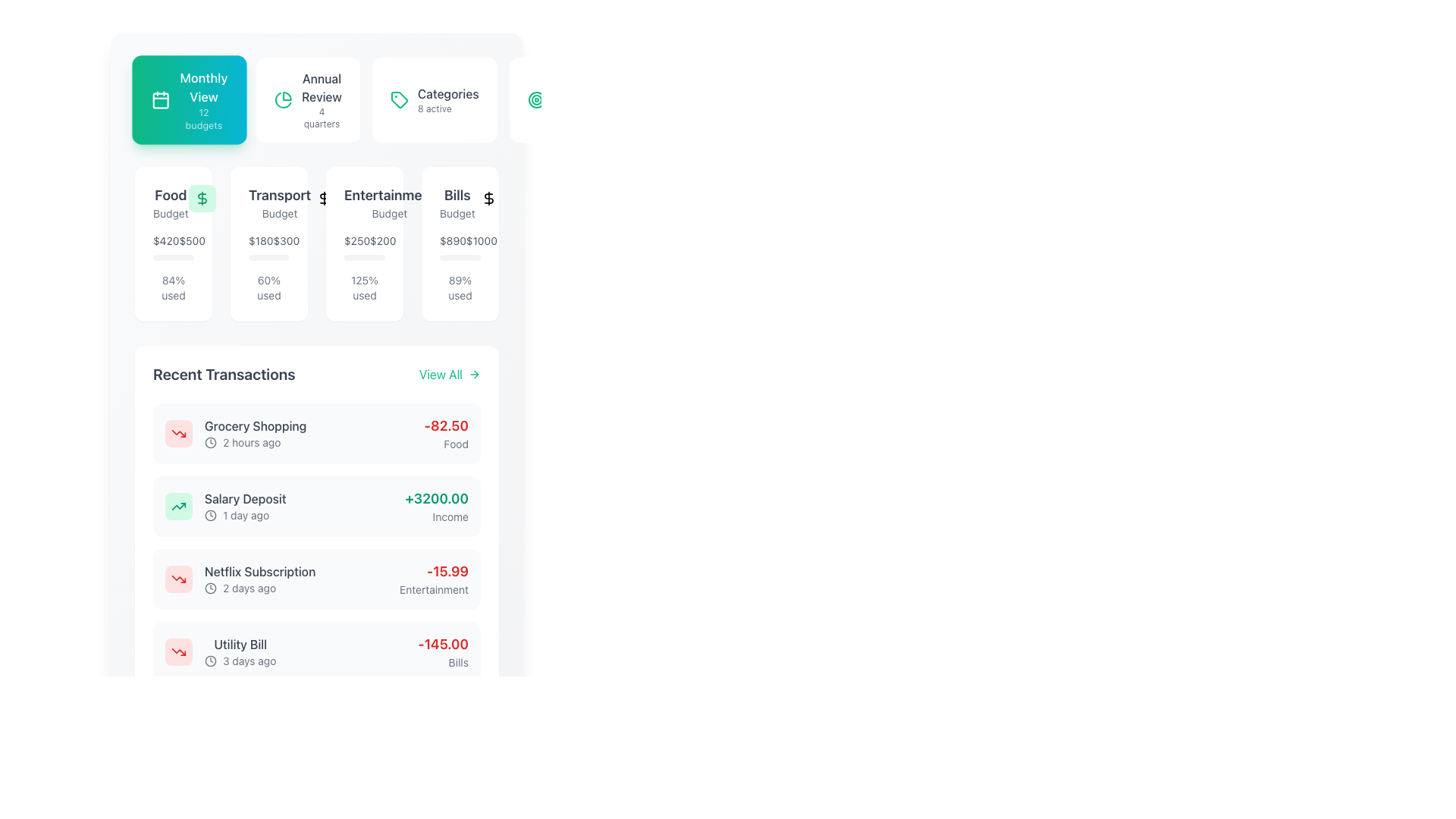  What do you see at coordinates (240, 644) in the screenshot?
I see `the 'Utility Bill' static text label, which is displayed in a medium-weight gray font in the bottom-most row of the 'Recent Transactions' section, aligned to the left of other elements` at bounding box center [240, 644].